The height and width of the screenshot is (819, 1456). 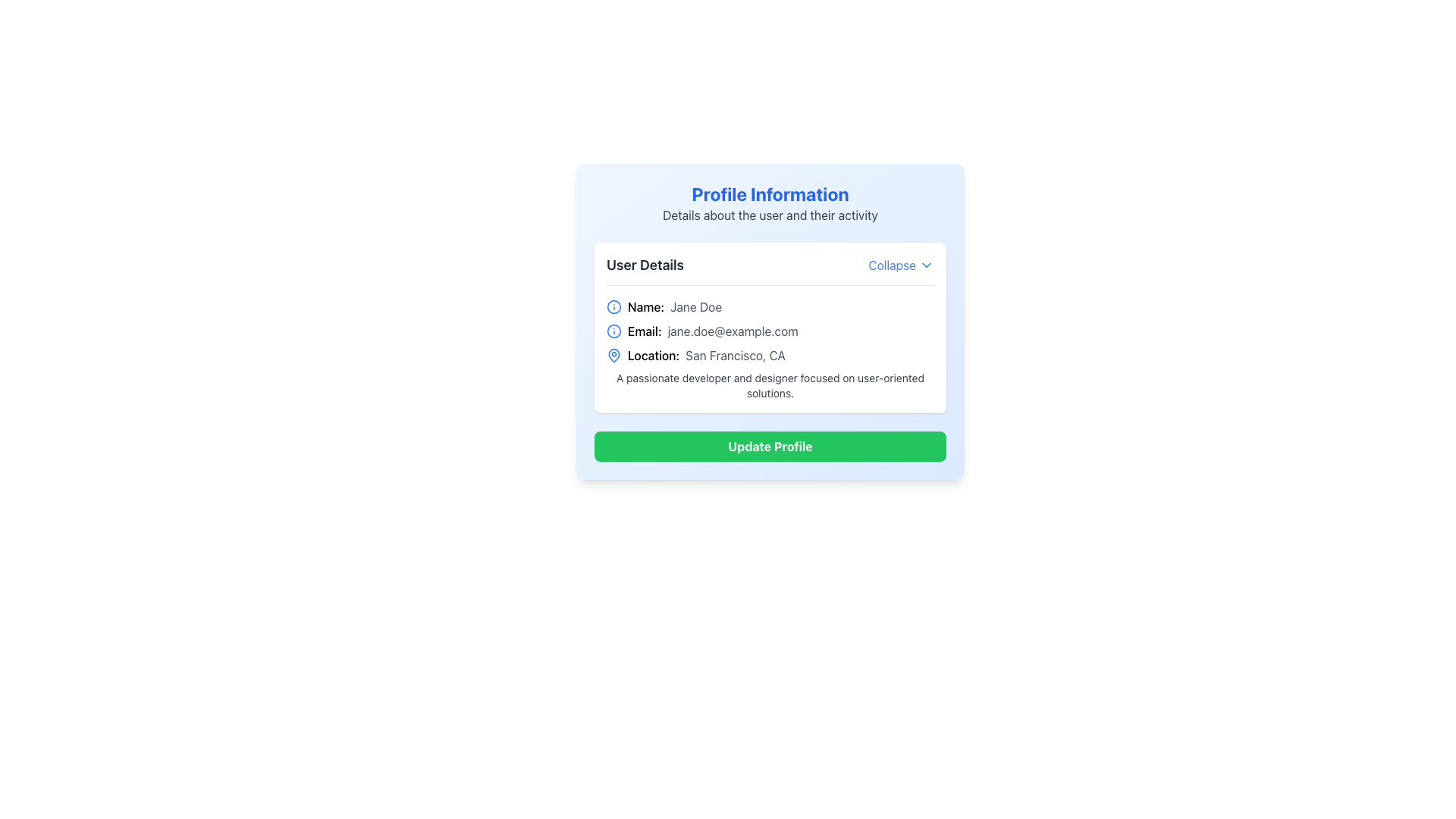 What do you see at coordinates (646, 307) in the screenshot?
I see `the Text Label that identifies the user name 'Jane Doe', positioned to the right of the user details icon and before the text 'Jane Doe' in the user details section of the card-style interface` at bounding box center [646, 307].